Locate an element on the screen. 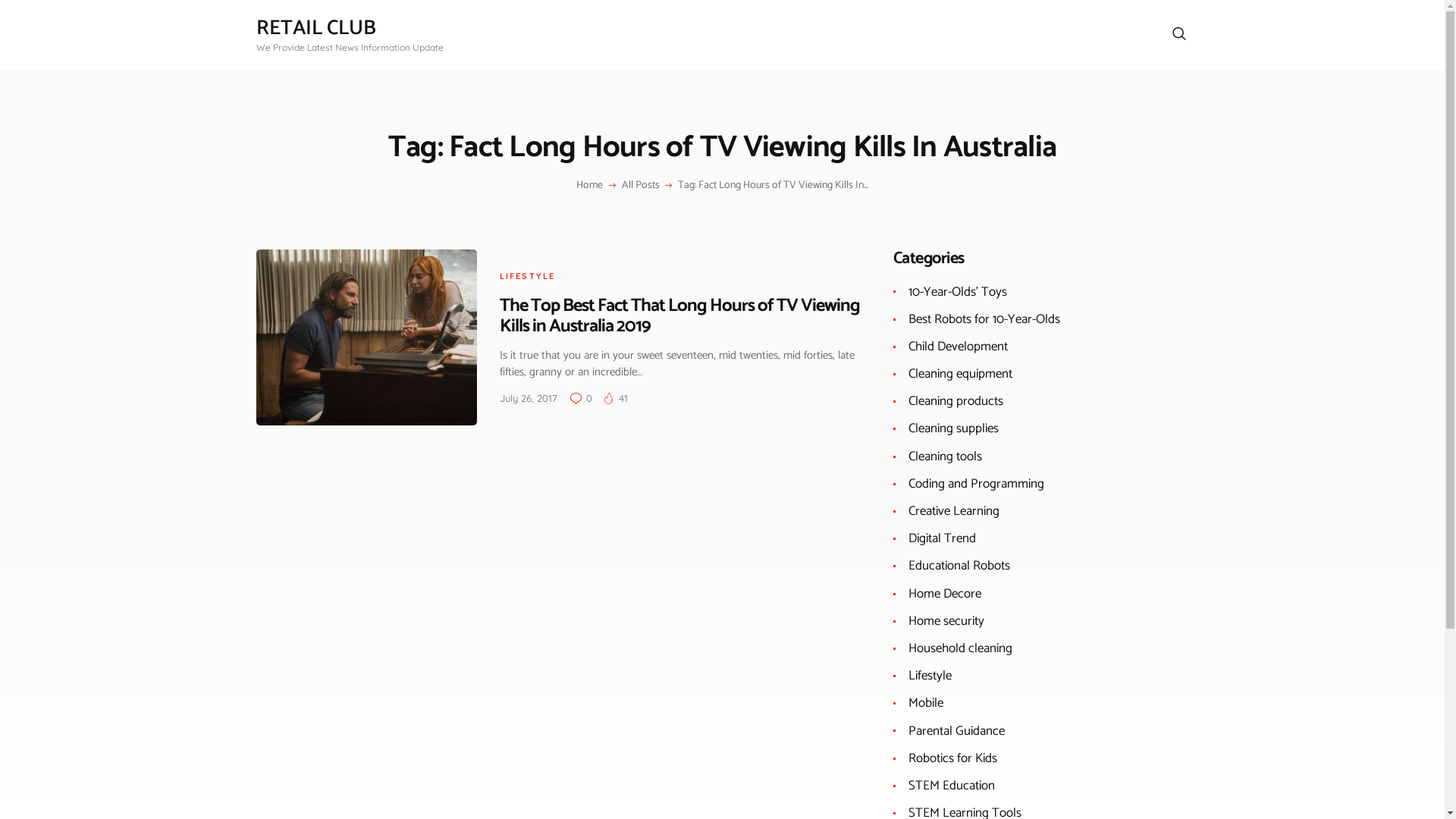  'Cleaning products' is located at coordinates (908, 400).